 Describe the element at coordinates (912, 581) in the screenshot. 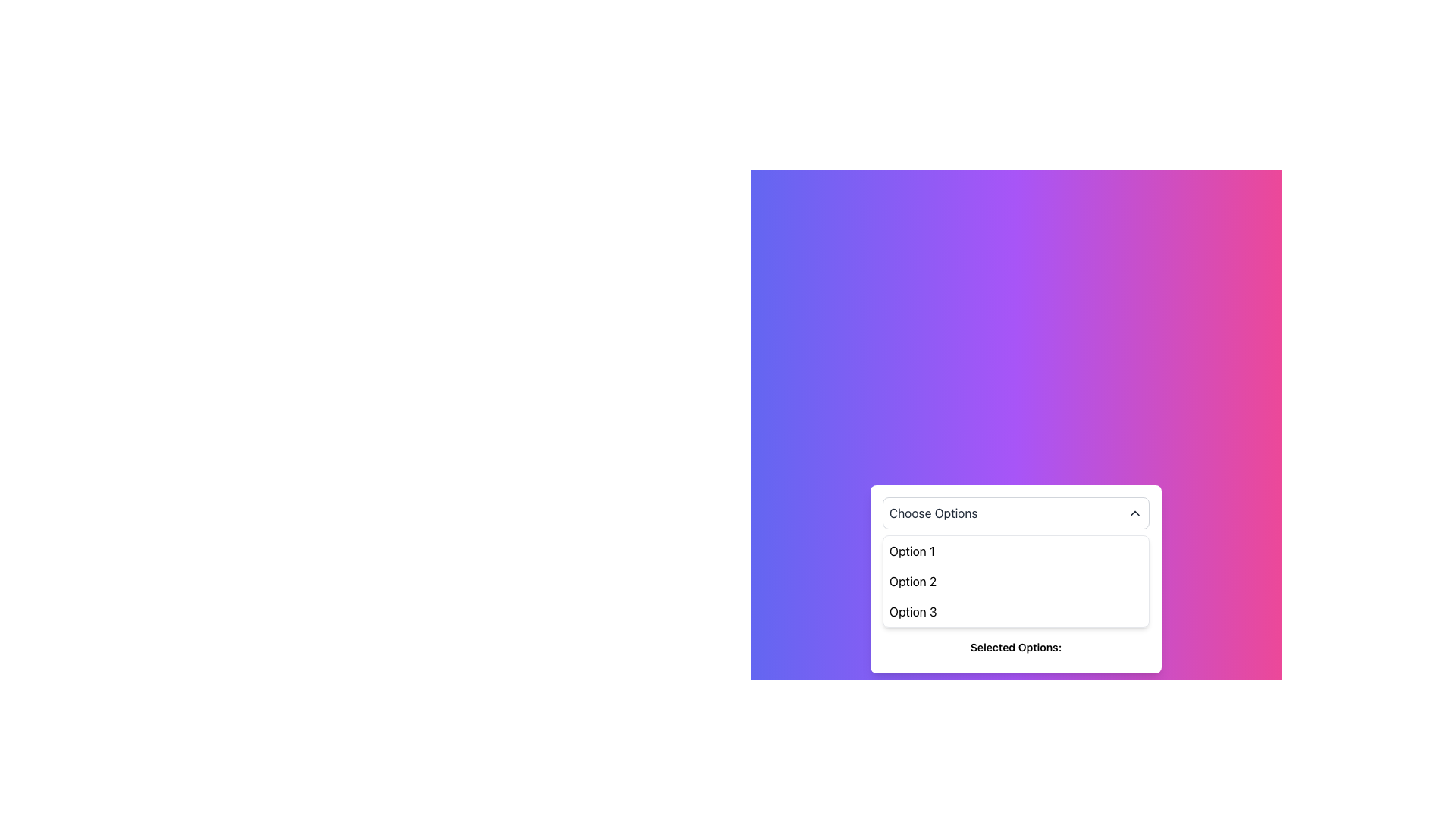

I see `the 'Option 2' text item in the dropdown menu` at that location.